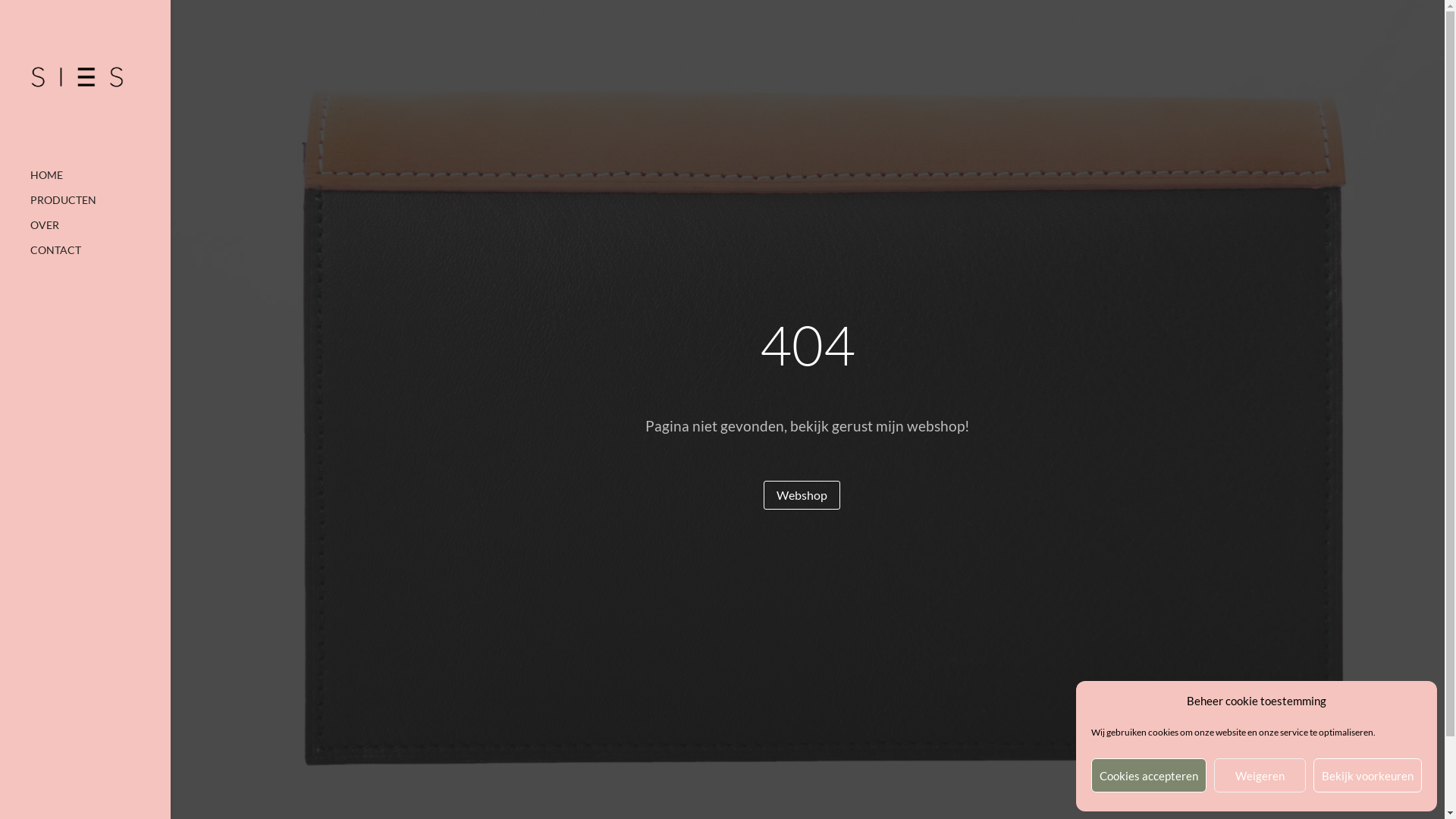  I want to click on 'Cookies accepteren', so click(1149, 775).